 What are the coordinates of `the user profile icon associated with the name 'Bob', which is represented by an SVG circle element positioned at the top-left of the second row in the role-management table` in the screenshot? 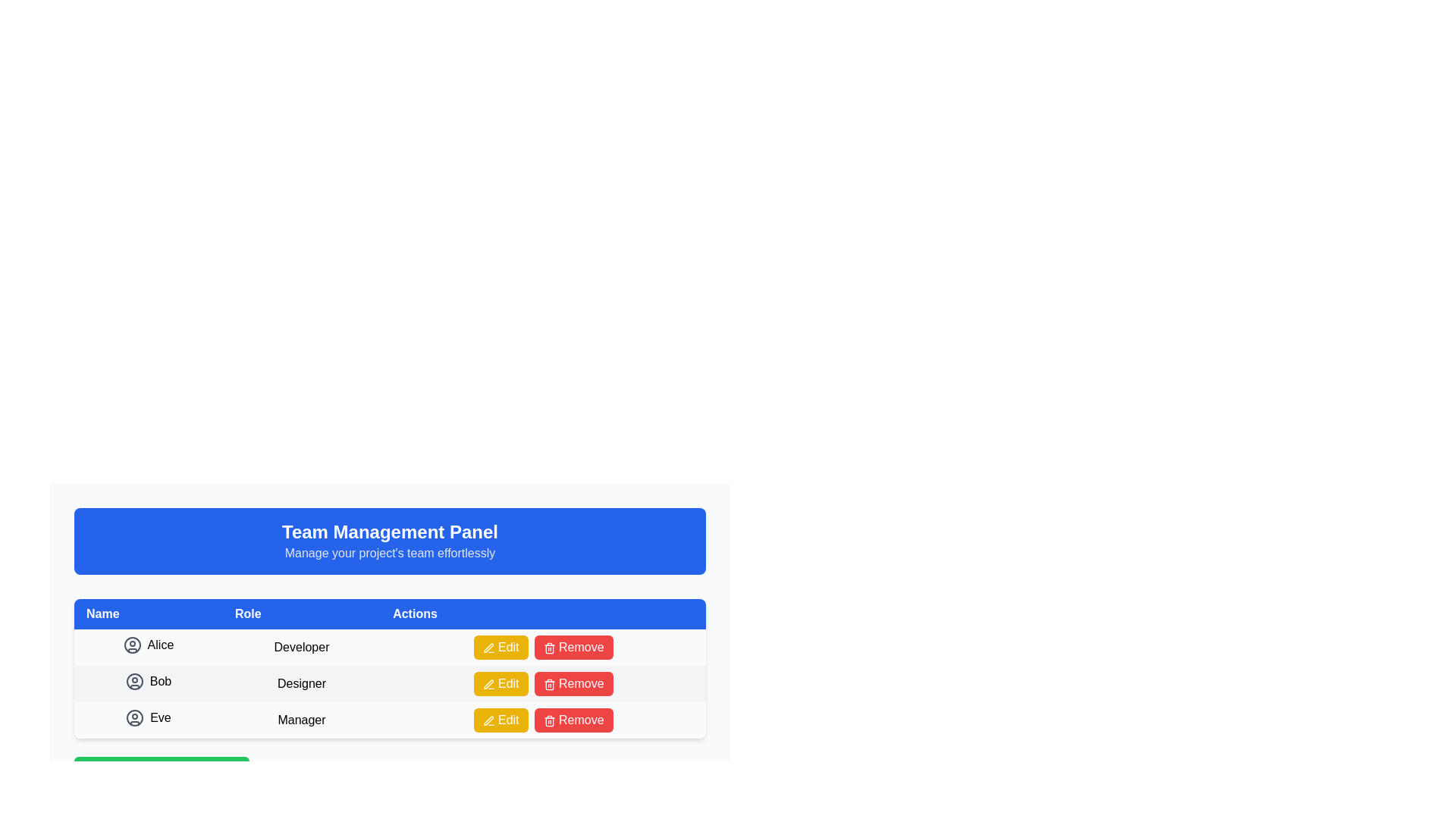 It's located at (134, 680).